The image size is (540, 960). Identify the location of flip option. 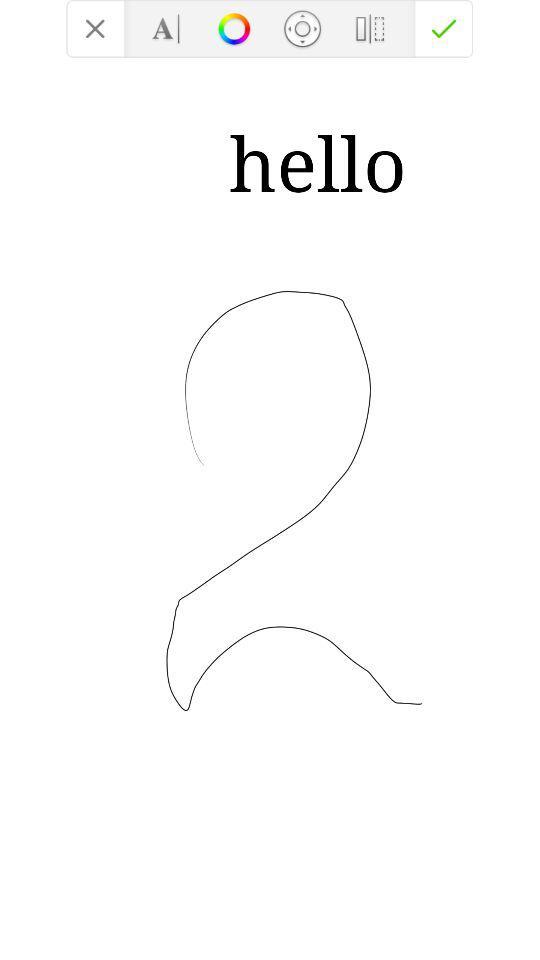
(369, 27).